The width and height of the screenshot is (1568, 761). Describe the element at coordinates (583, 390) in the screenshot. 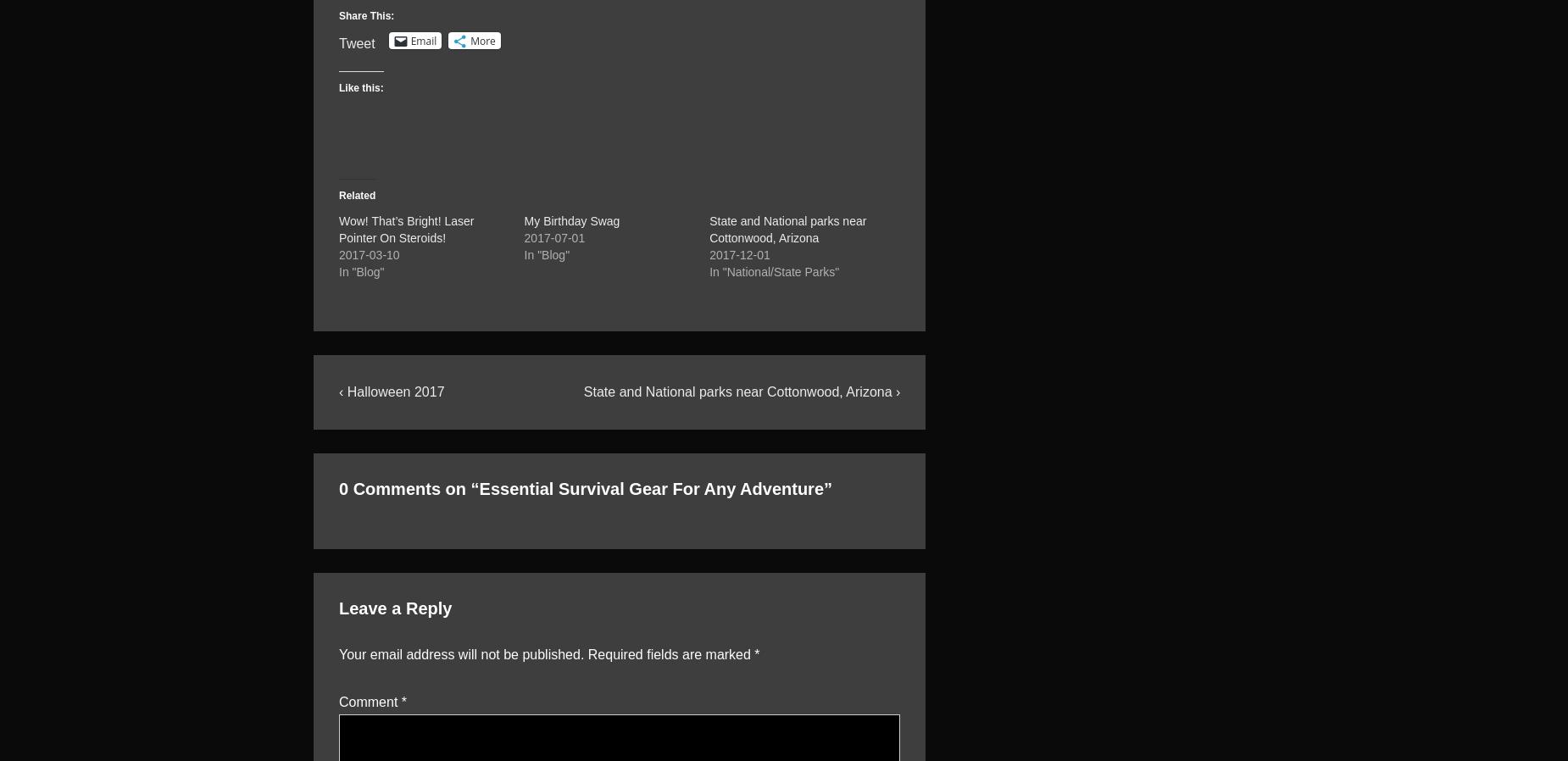

I see `'State and National parks near Cottonwood, Arizona ›'` at that location.